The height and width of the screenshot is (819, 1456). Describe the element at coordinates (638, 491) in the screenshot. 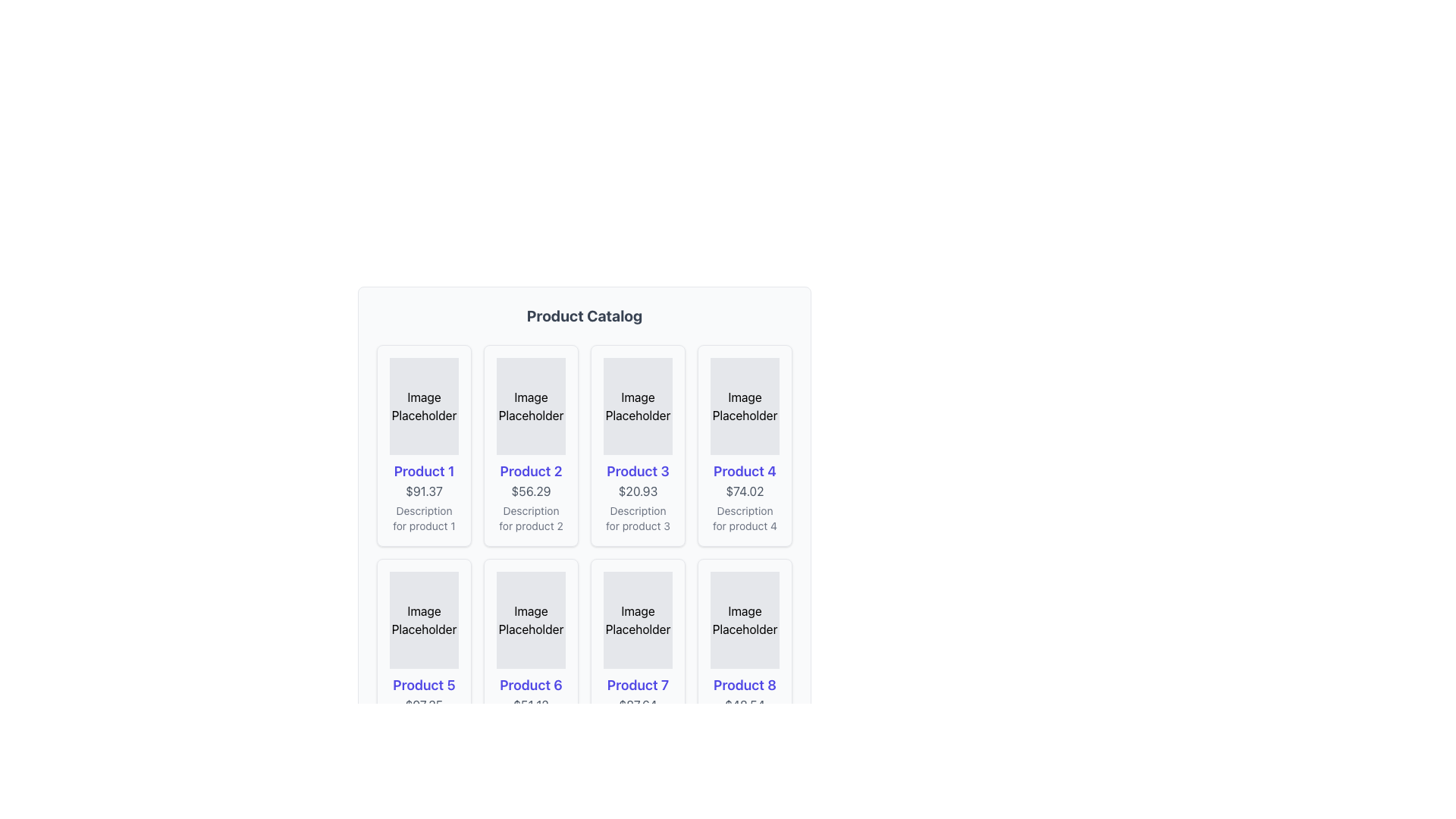

I see `the text element displaying the price '$20.93' in a subdued gray font, which is located below the product name 'Product 3'` at that location.